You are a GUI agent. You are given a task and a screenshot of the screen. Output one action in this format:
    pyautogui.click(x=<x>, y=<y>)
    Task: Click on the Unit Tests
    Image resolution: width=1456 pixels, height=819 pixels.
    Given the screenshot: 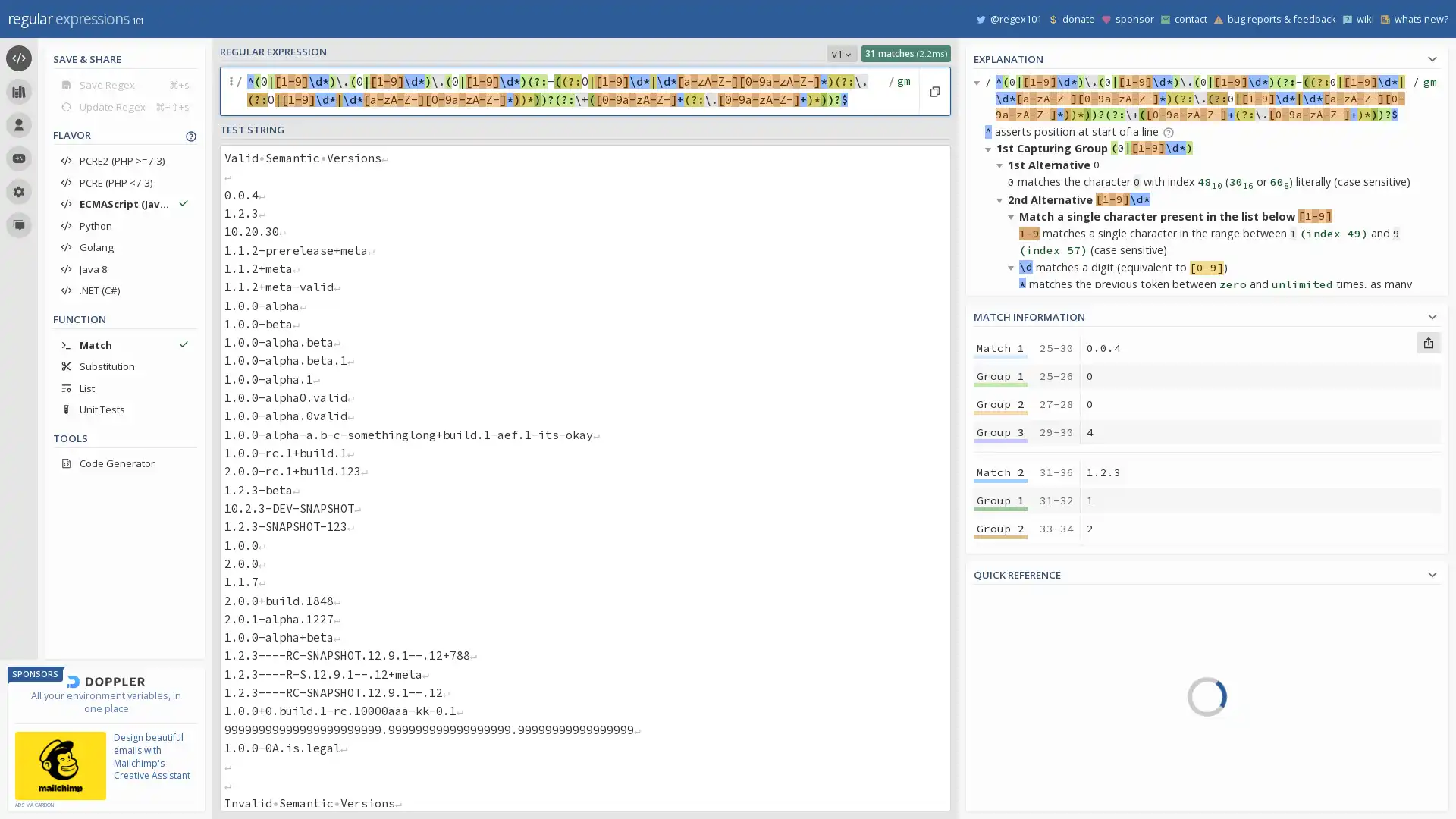 What is the action you would take?
    pyautogui.click(x=124, y=409)
    